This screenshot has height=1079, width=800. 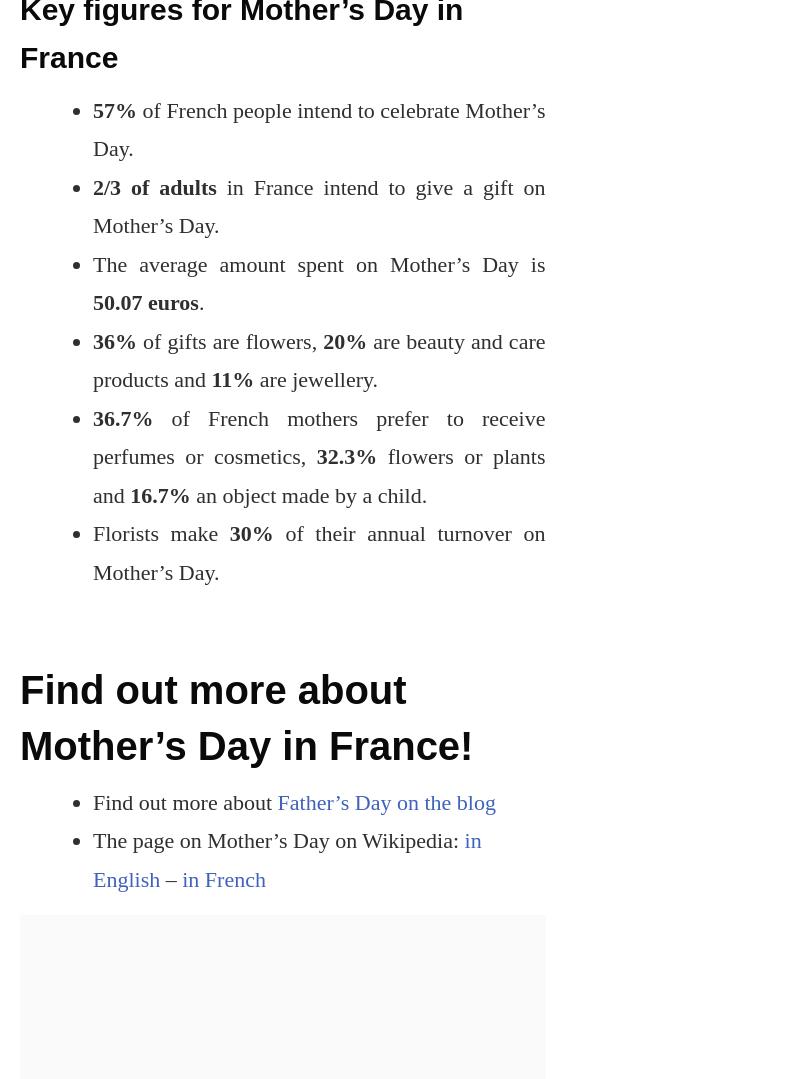 I want to click on 'of French mothers prefer to receive perfumes or cosmetics,', so click(x=317, y=436).